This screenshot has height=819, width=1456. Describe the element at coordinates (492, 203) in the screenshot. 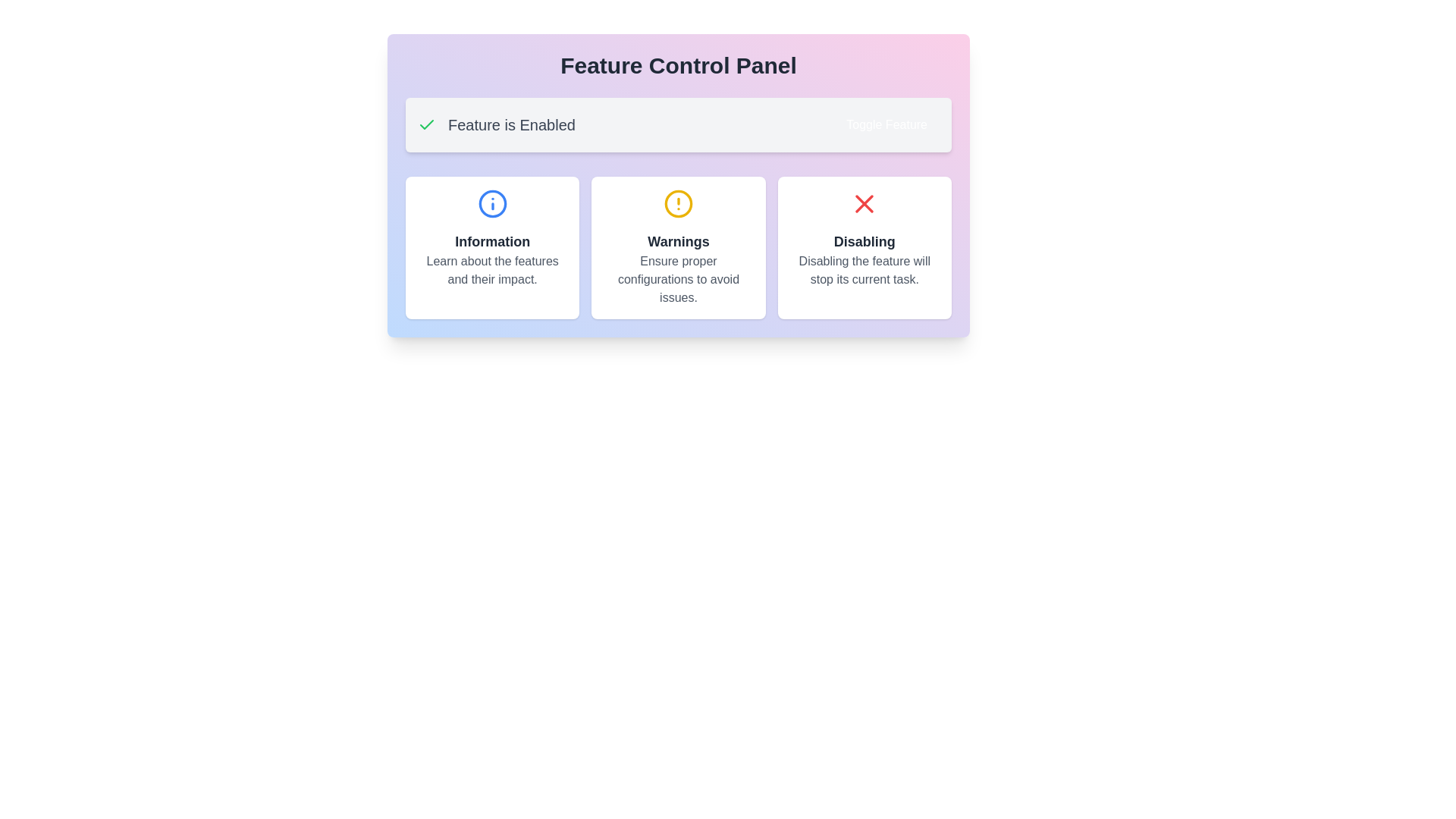

I see `the informational icon located at the top of the 'Information' card, which is centrally positioned in the row of three cards, to attract user attention` at that location.